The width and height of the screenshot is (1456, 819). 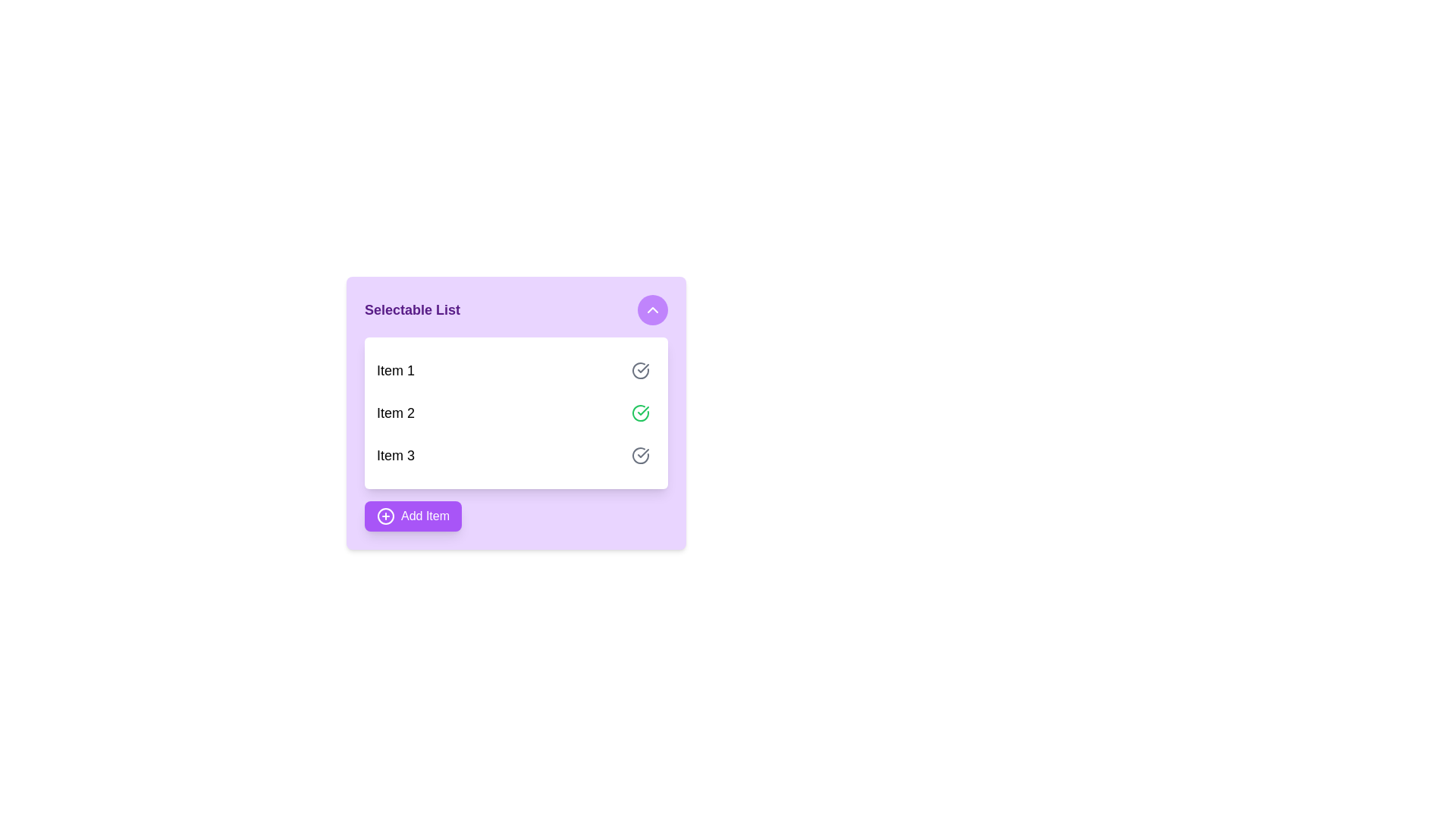 What do you see at coordinates (396, 455) in the screenshot?
I see `the text label that serves as an identifier for the selectable list item located at the bottom-most position, below 'Item 2' and above the 'Add Item' button` at bounding box center [396, 455].